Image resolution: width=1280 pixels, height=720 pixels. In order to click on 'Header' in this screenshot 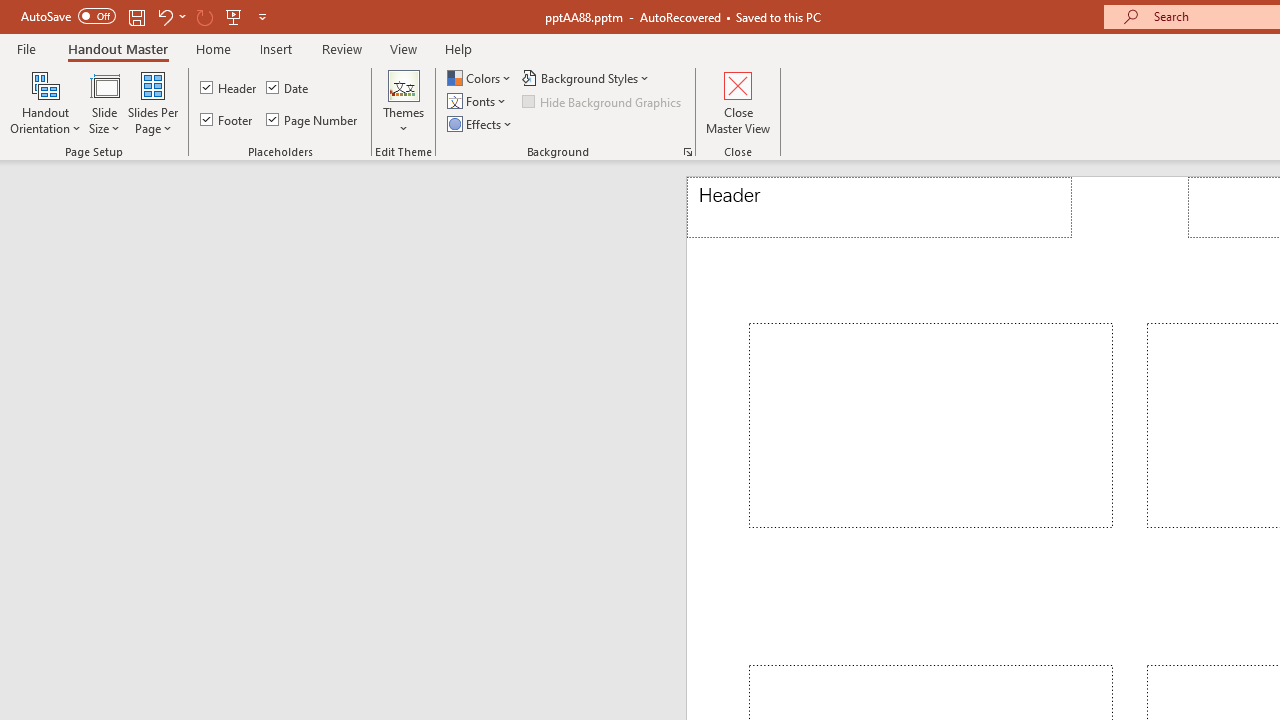, I will do `click(880, 207)`.